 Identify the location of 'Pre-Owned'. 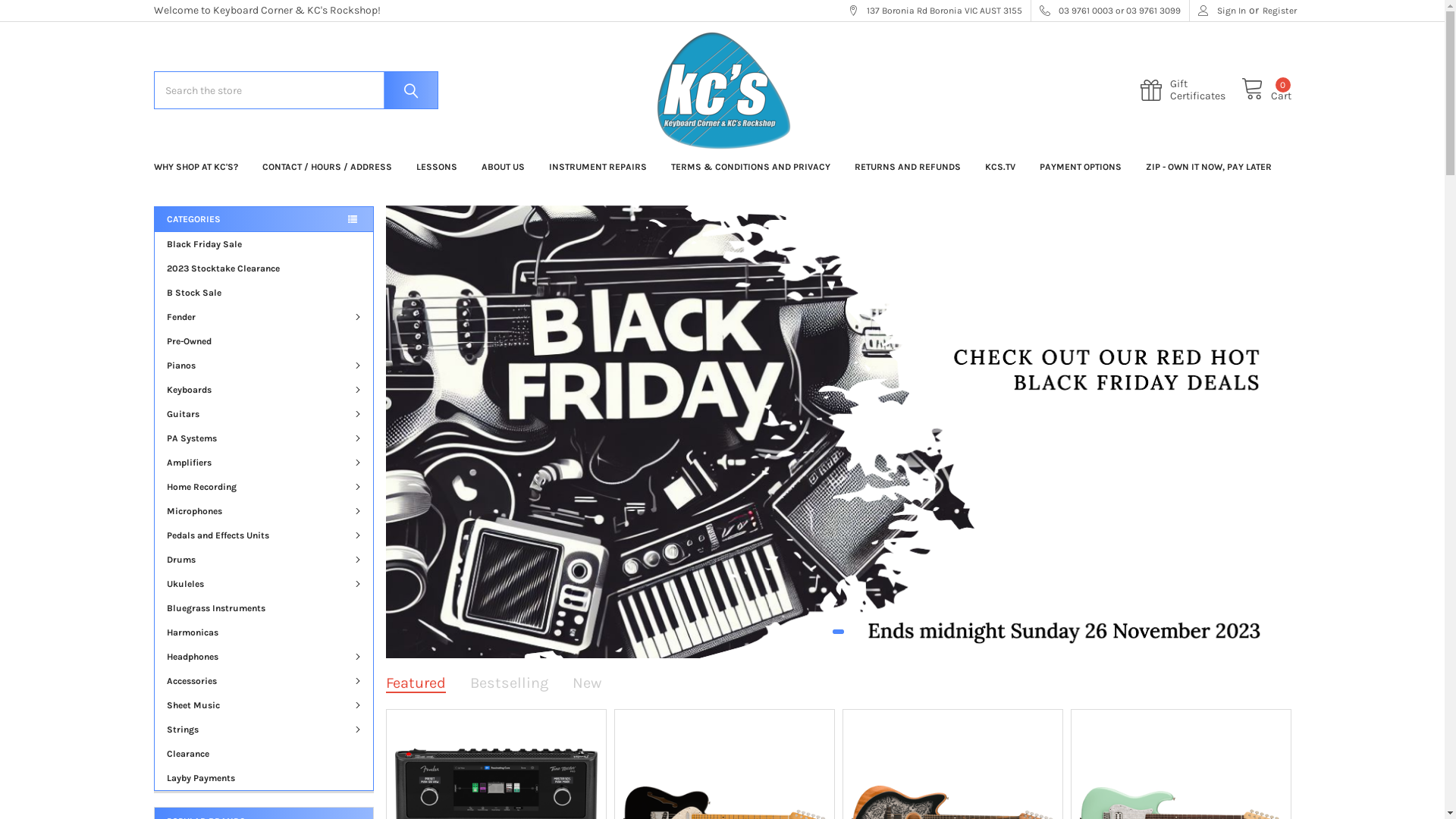
(263, 341).